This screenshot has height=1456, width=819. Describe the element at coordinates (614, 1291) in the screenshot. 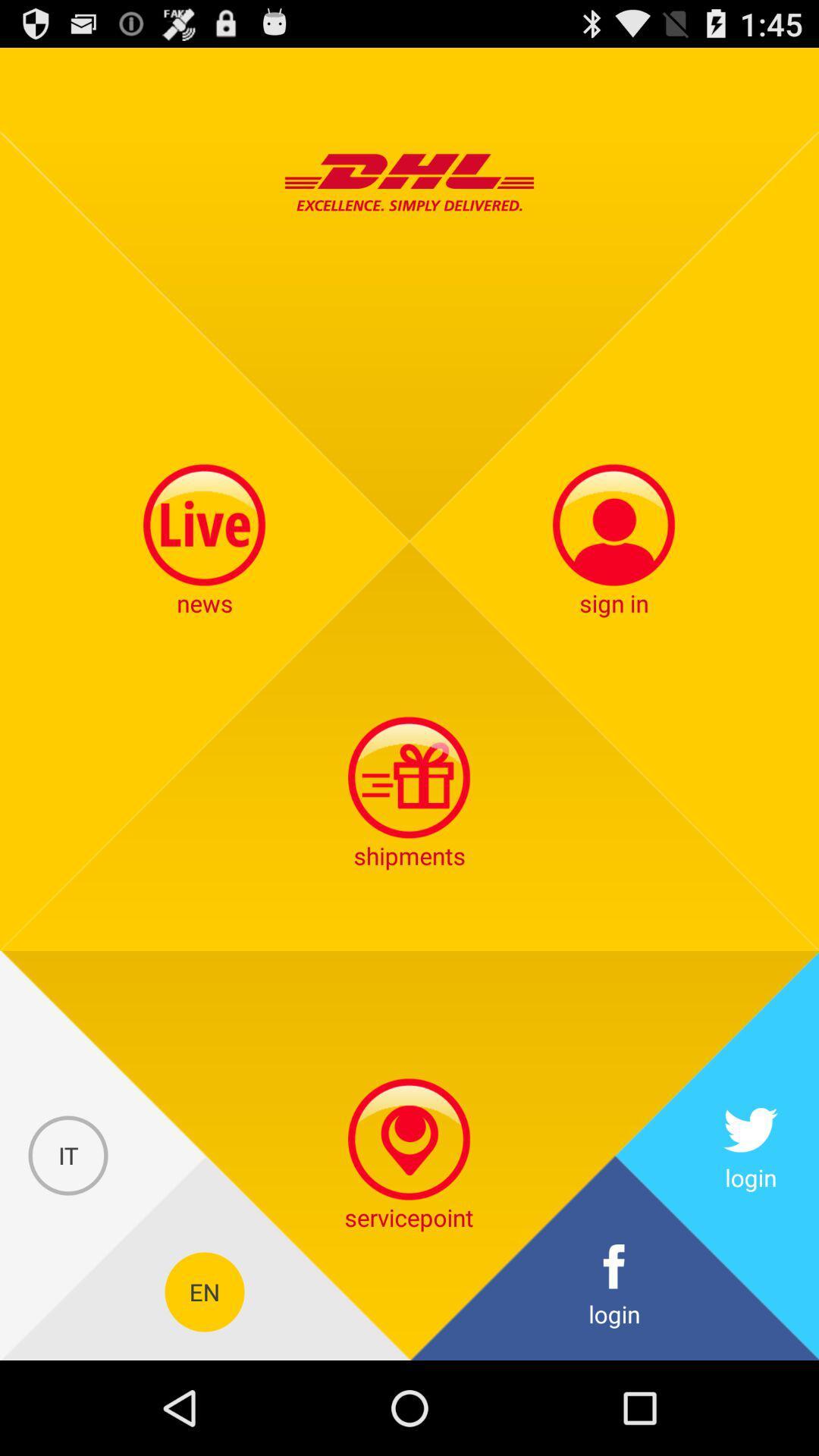

I see `icon which is at bottom right corner` at that location.